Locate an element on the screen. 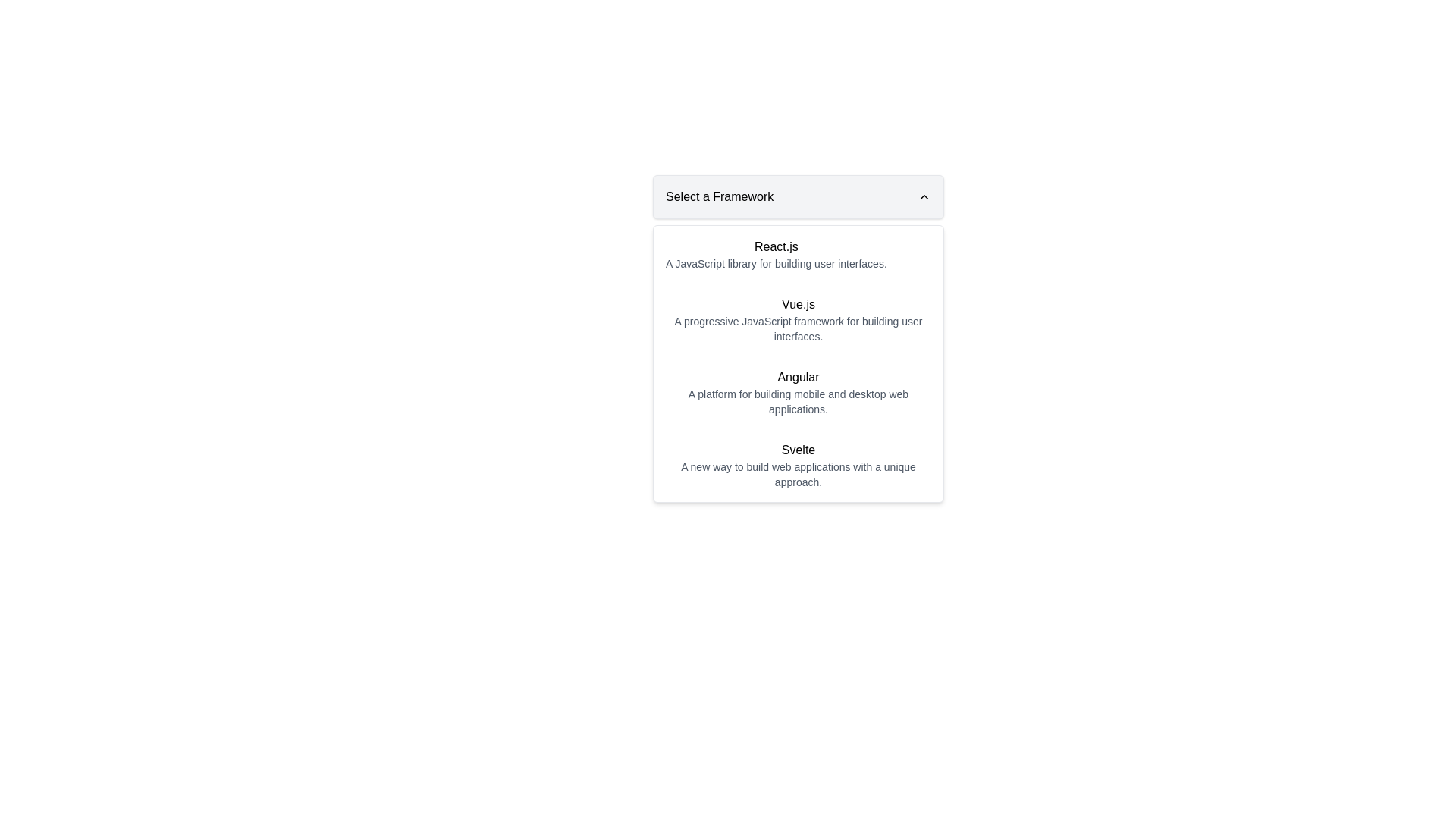 The height and width of the screenshot is (819, 1456). the second item in the dropdown menu for the 'Vue.js' framework to highlight the selection is located at coordinates (797, 318).